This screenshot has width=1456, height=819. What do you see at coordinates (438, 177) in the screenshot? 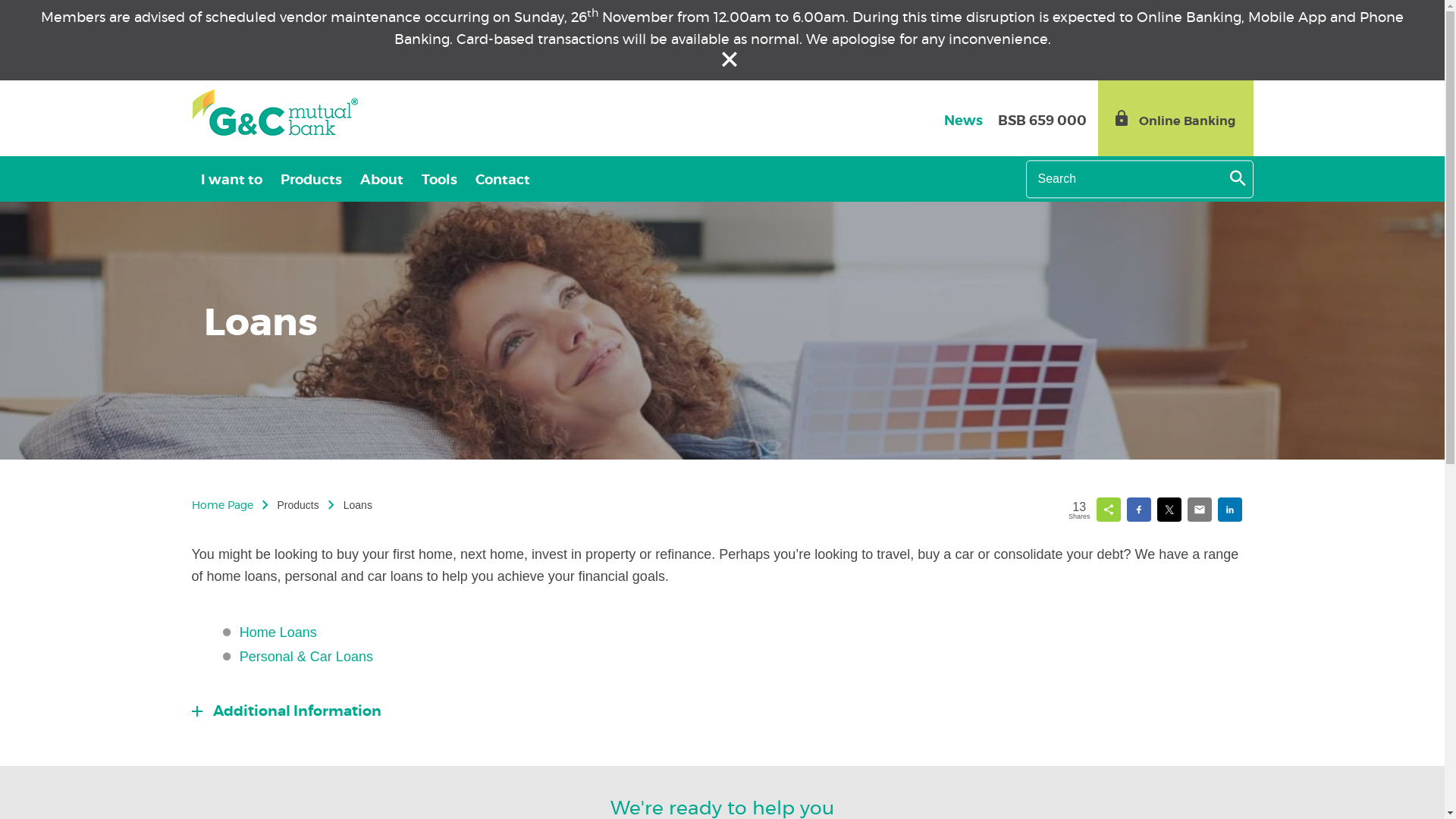
I see `'Tools'` at bounding box center [438, 177].